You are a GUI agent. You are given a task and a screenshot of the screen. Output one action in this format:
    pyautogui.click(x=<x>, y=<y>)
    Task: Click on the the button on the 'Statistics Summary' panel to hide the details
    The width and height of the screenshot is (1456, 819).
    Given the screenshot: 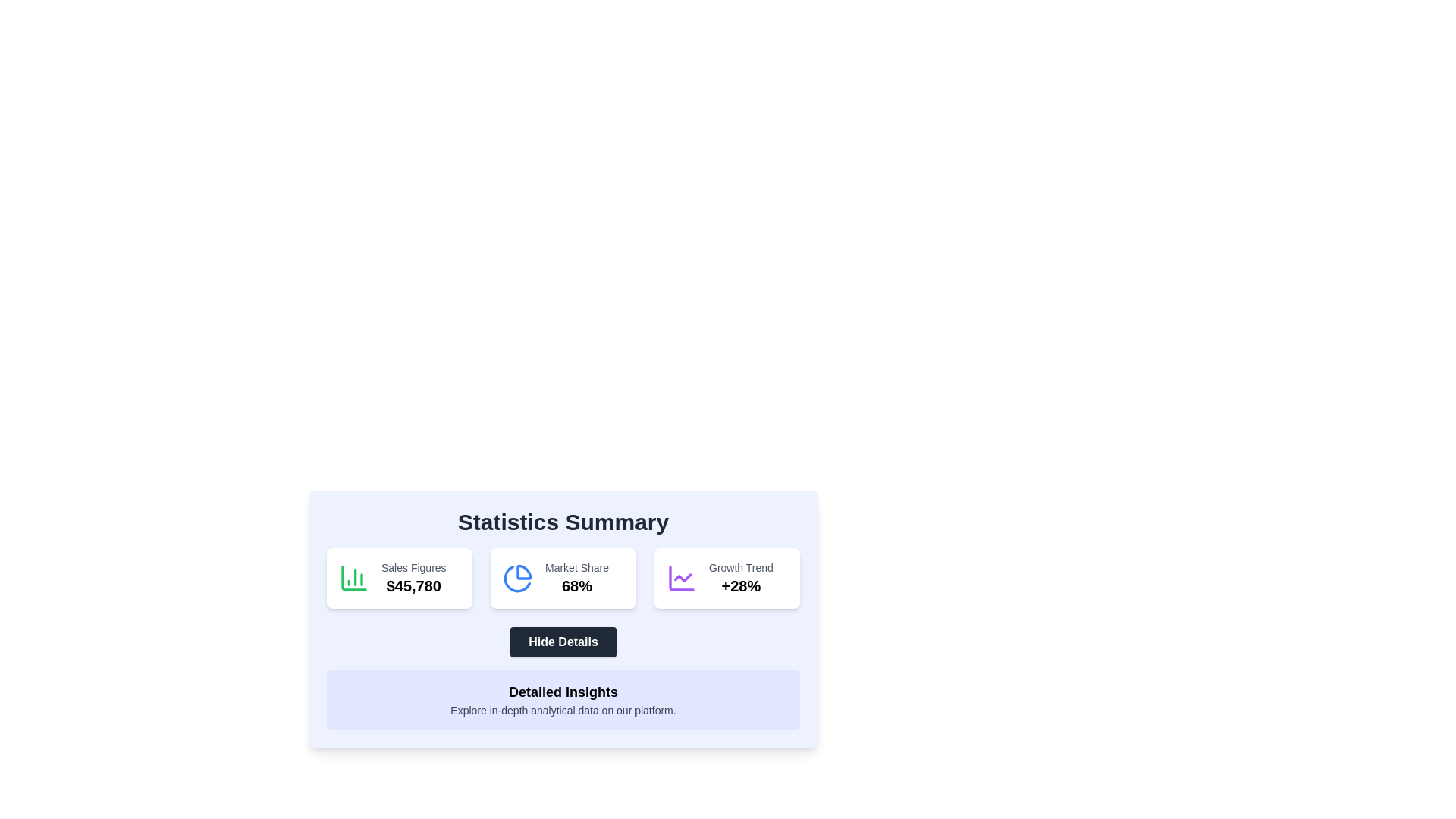 What is the action you would take?
    pyautogui.click(x=563, y=625)
    